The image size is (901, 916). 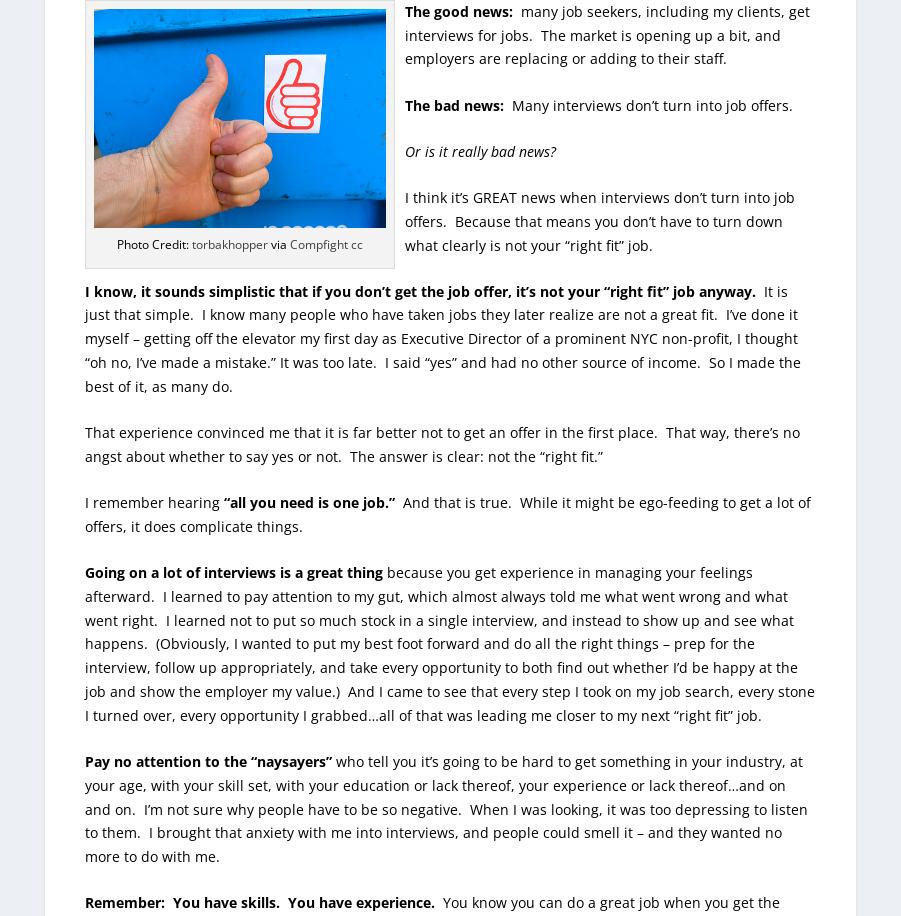 I want to click on 'because you get experience in managing your feelings afterward.  I learned to pay attention to my gut, which almost always told me what went wrong and what went right.  I learned not to put so much stock in a single interview, and instead to show up and see what happens.  (Obviously, I wanted to put my best foot forward and do all the right things – prep for the interview, follow up appropriately, and take every opportunity to both find out whether I’d be happy at the job and show the employer my value.)  And I came to see that every step I took on my job search, every stone I turned over, every opportunity I grabbed…all of that was leading me closer to my next “right fit” job.', so click(x=448, y=642).